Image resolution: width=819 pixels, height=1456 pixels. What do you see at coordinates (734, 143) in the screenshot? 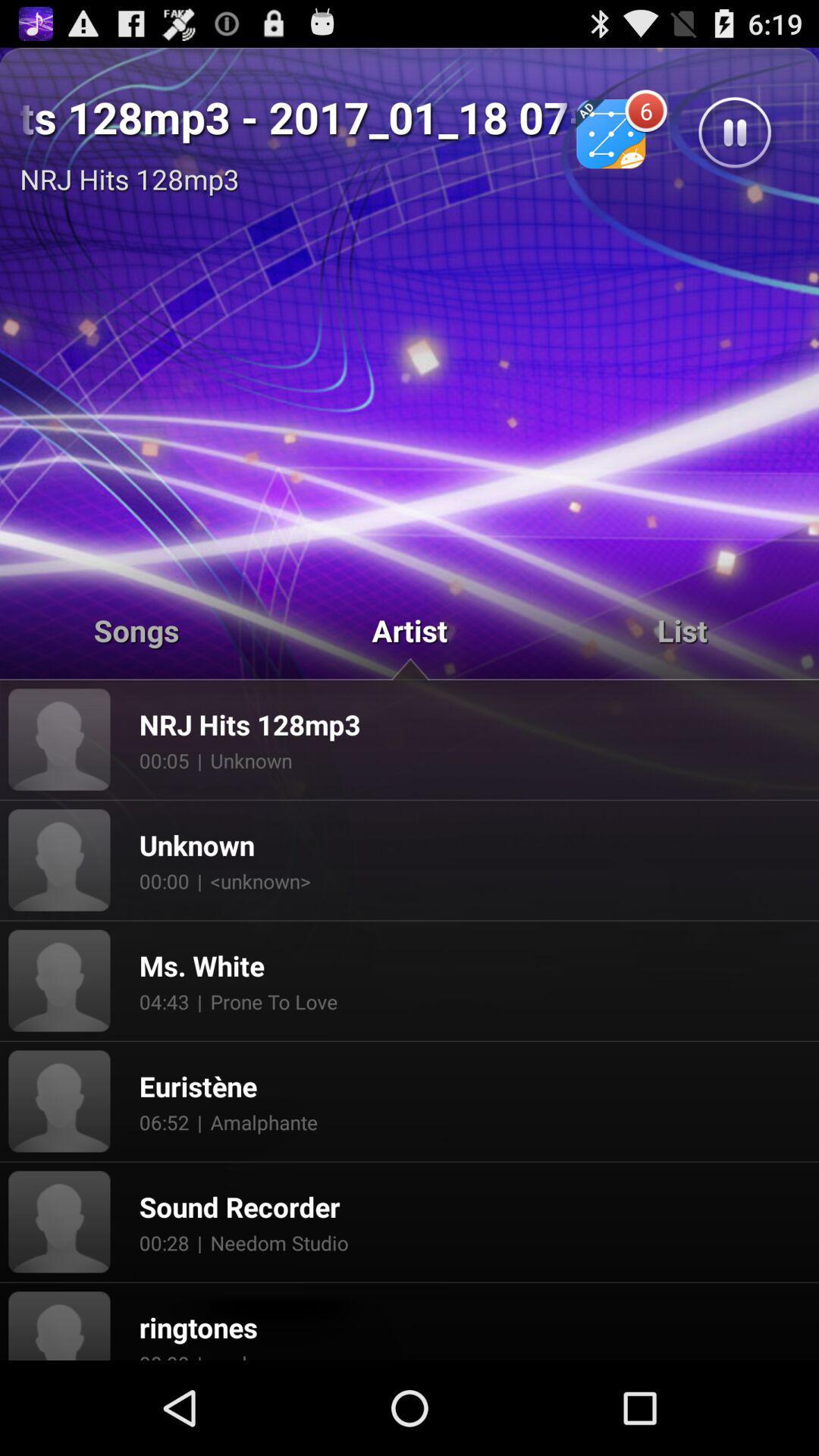
I see `the pause icon` at bounding box center [734, 143].